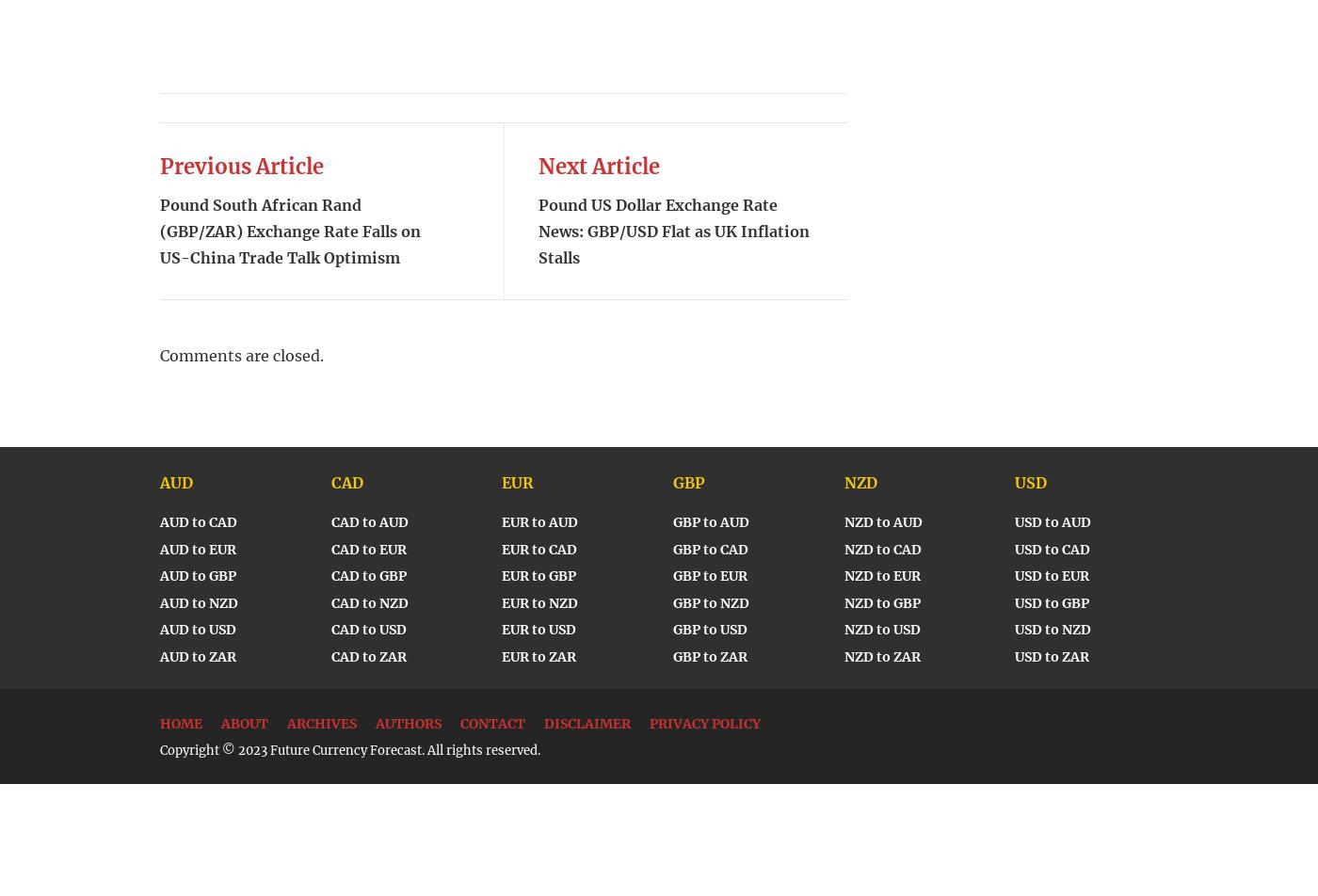 Image resolution: width=1318 pixels, height=896 pixels. I want to click on 'AUD to GBP', so click(198, 576).